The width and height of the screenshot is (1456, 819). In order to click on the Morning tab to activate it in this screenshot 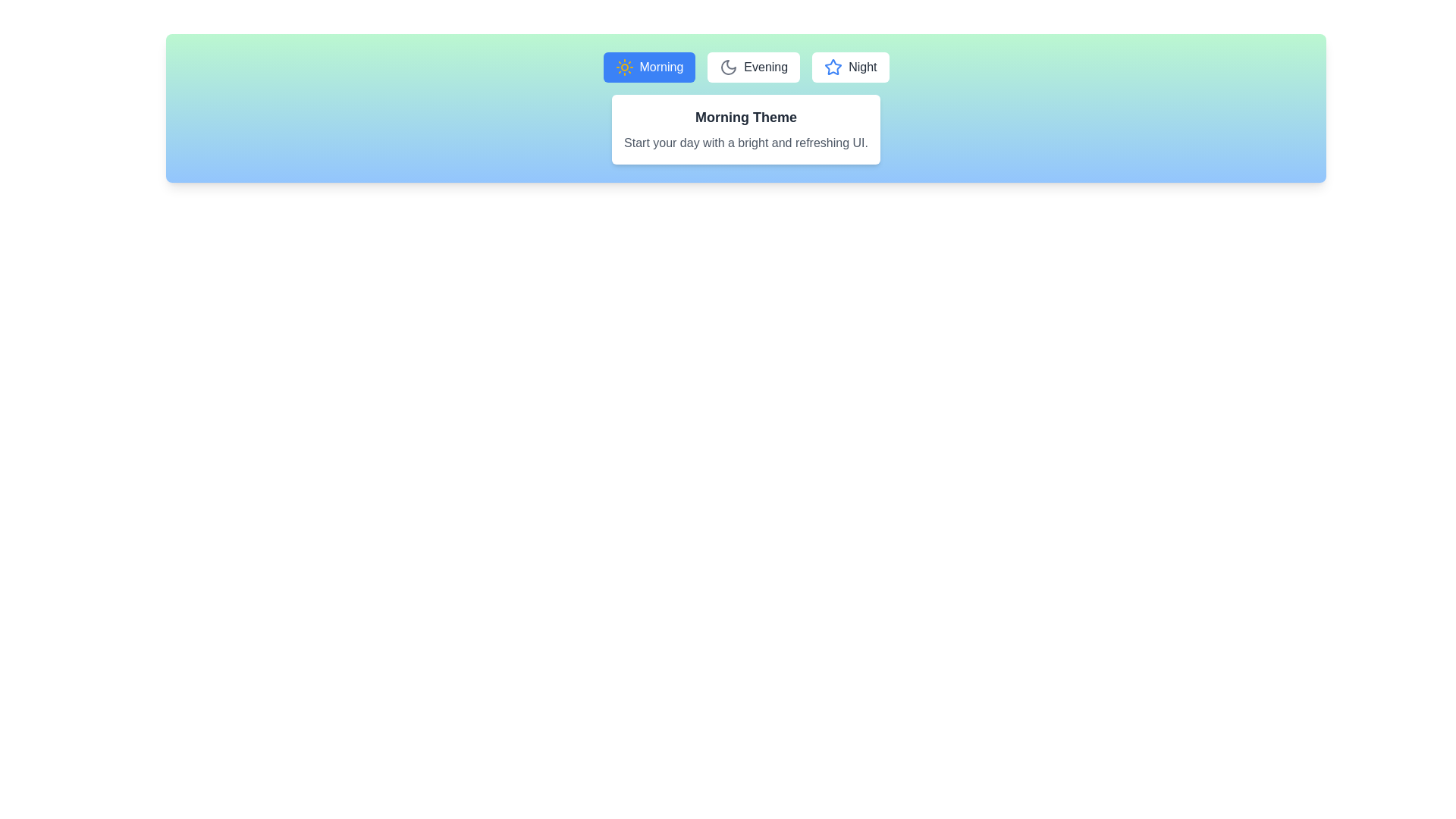, I will do `click(649, 66)`.